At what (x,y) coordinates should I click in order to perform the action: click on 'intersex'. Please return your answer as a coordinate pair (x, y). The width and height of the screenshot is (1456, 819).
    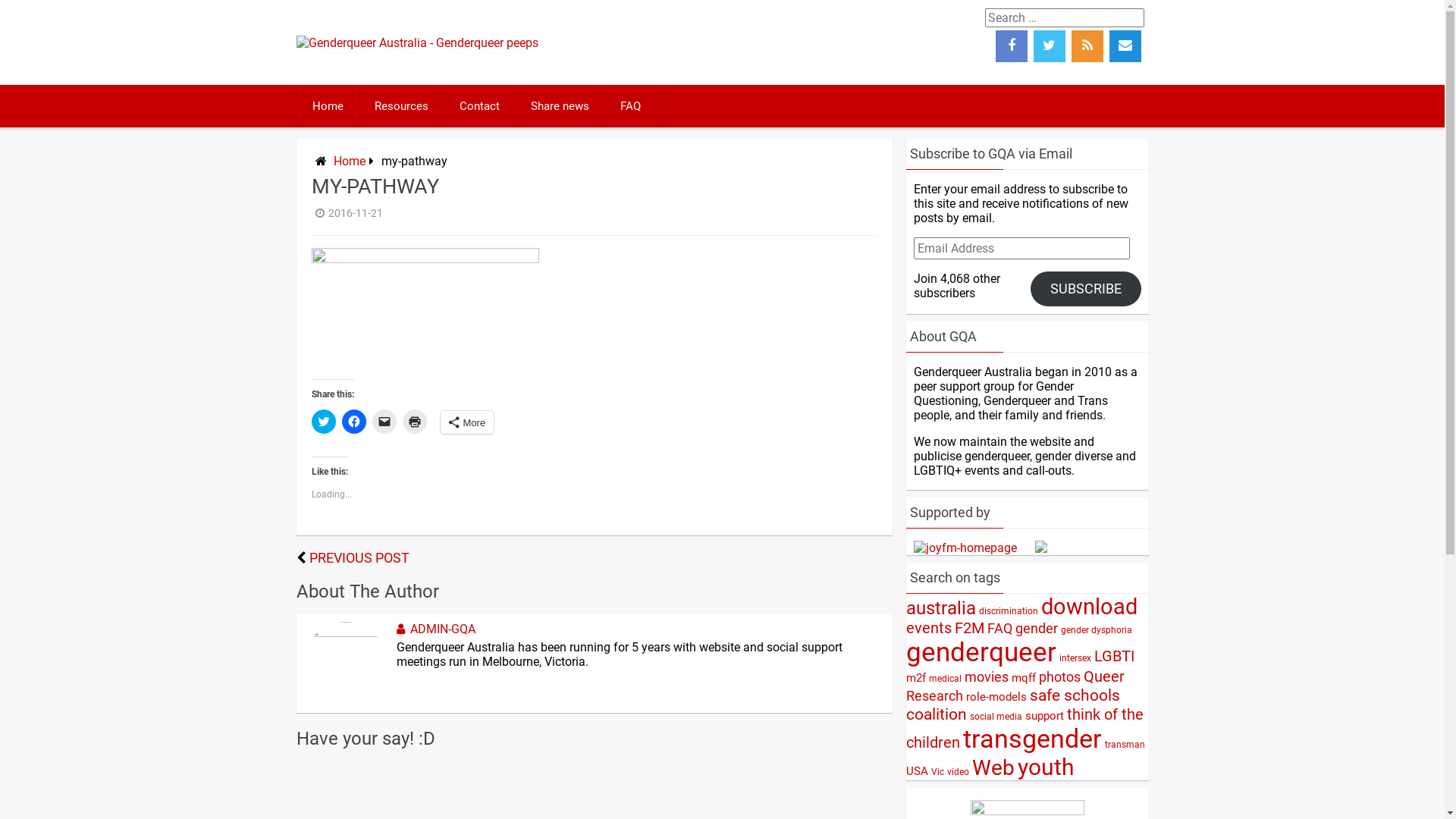
    Looking at the image, I should click on (1073, 657).